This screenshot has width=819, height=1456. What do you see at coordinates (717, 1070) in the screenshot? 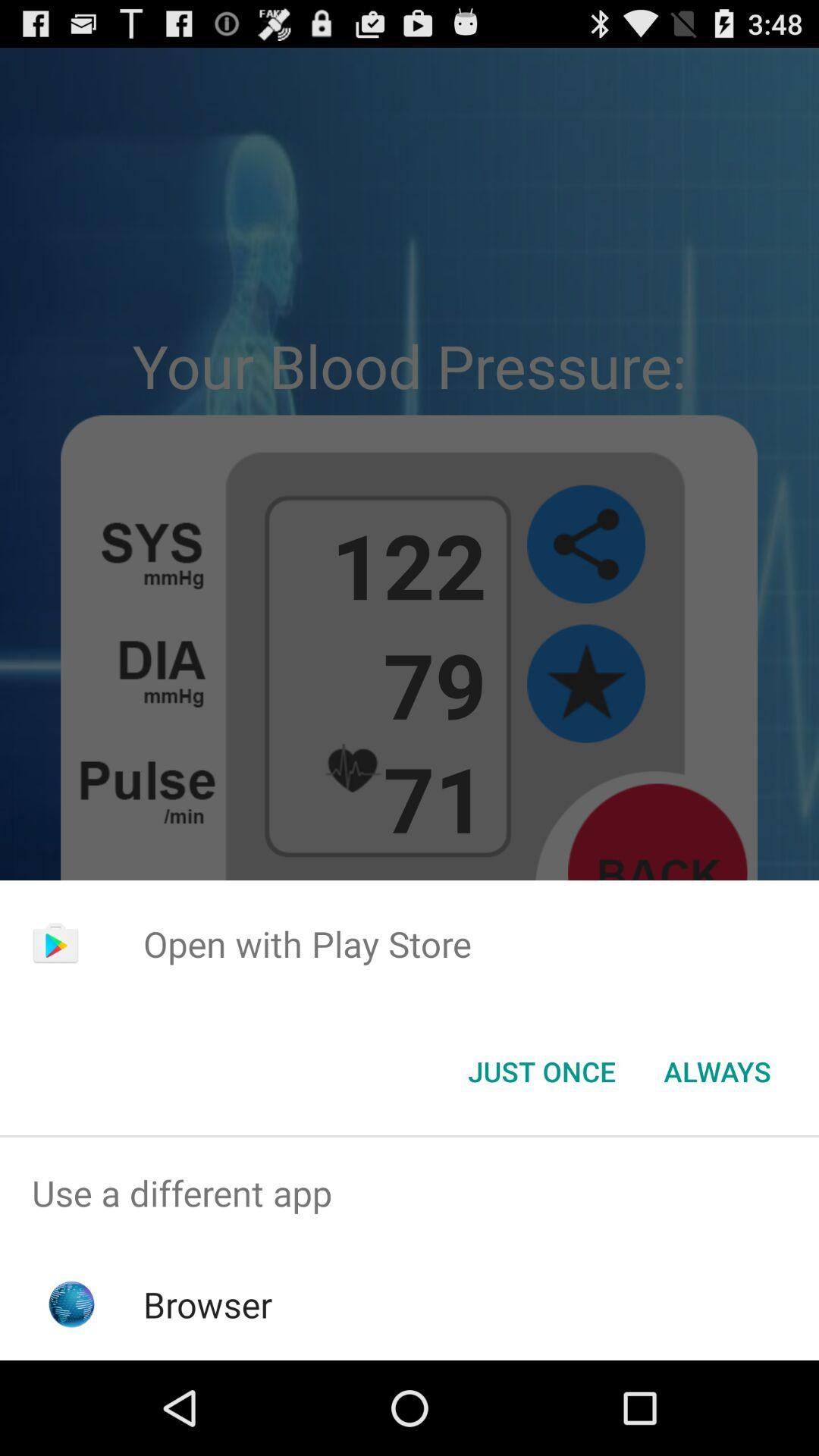
I see `item at the bottom right corner` at bounding box center [717, 1070].